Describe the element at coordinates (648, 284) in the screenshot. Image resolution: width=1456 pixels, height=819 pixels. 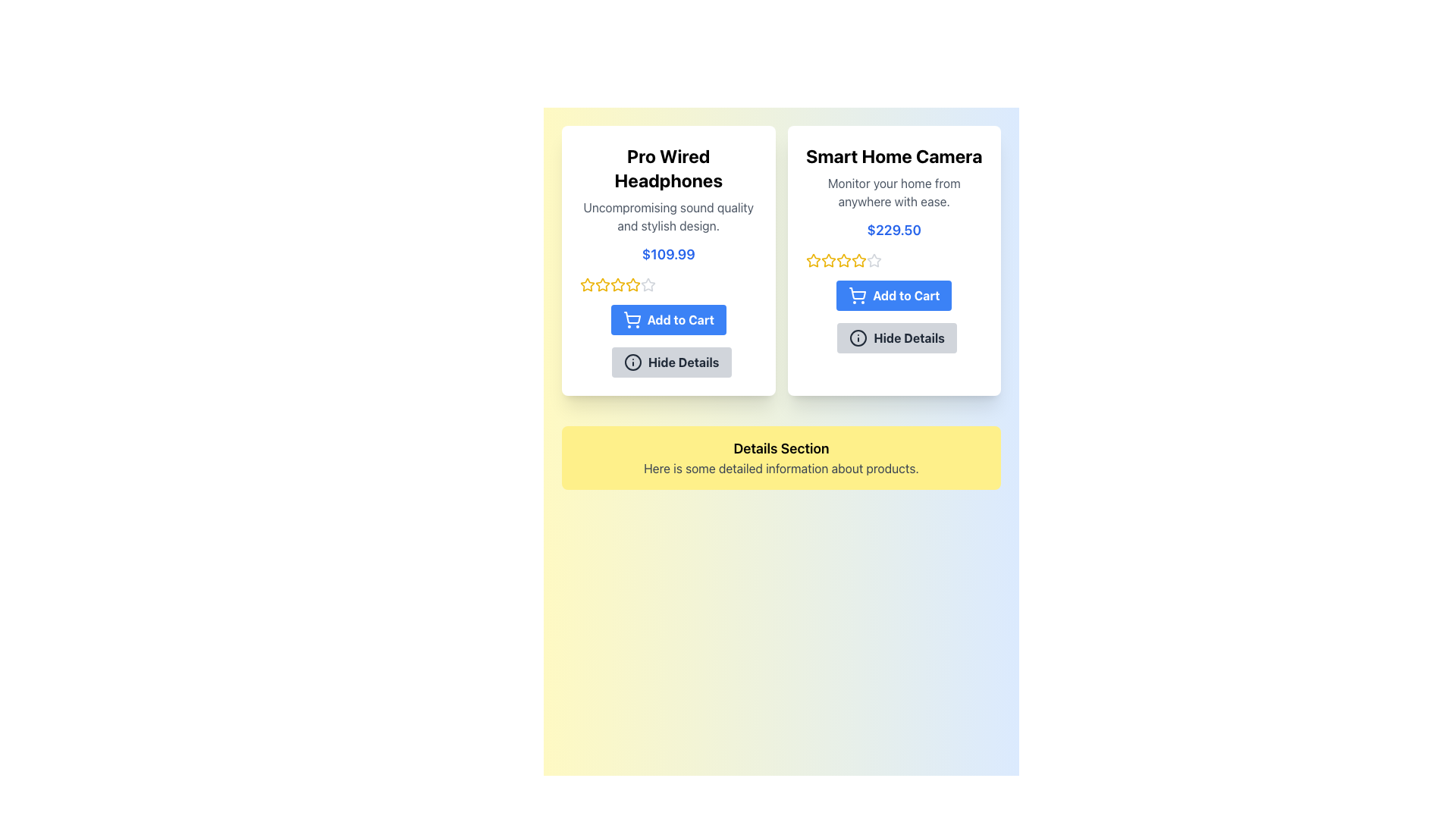
I see `the fifth star icon in the rating system under the text '$109.99' for the 'Pro Wired Headphones' card to rate it` at that location.